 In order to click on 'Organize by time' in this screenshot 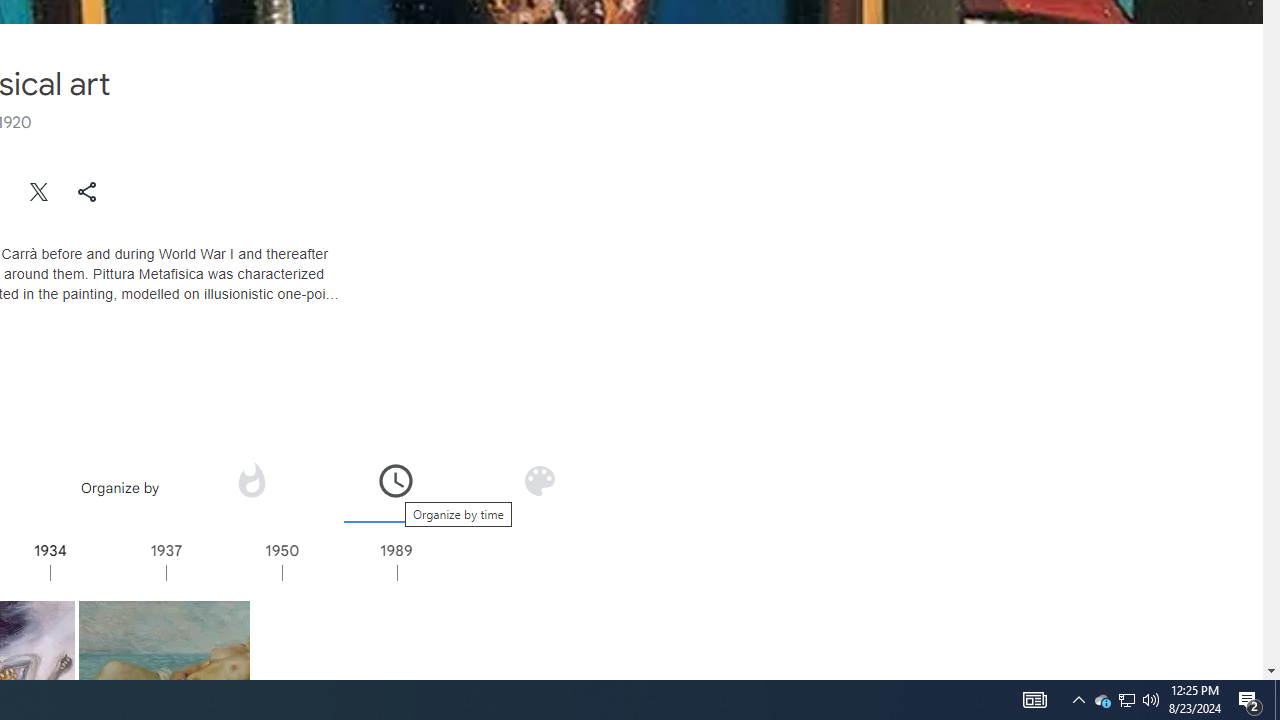, I will do `click(395, 480)`.